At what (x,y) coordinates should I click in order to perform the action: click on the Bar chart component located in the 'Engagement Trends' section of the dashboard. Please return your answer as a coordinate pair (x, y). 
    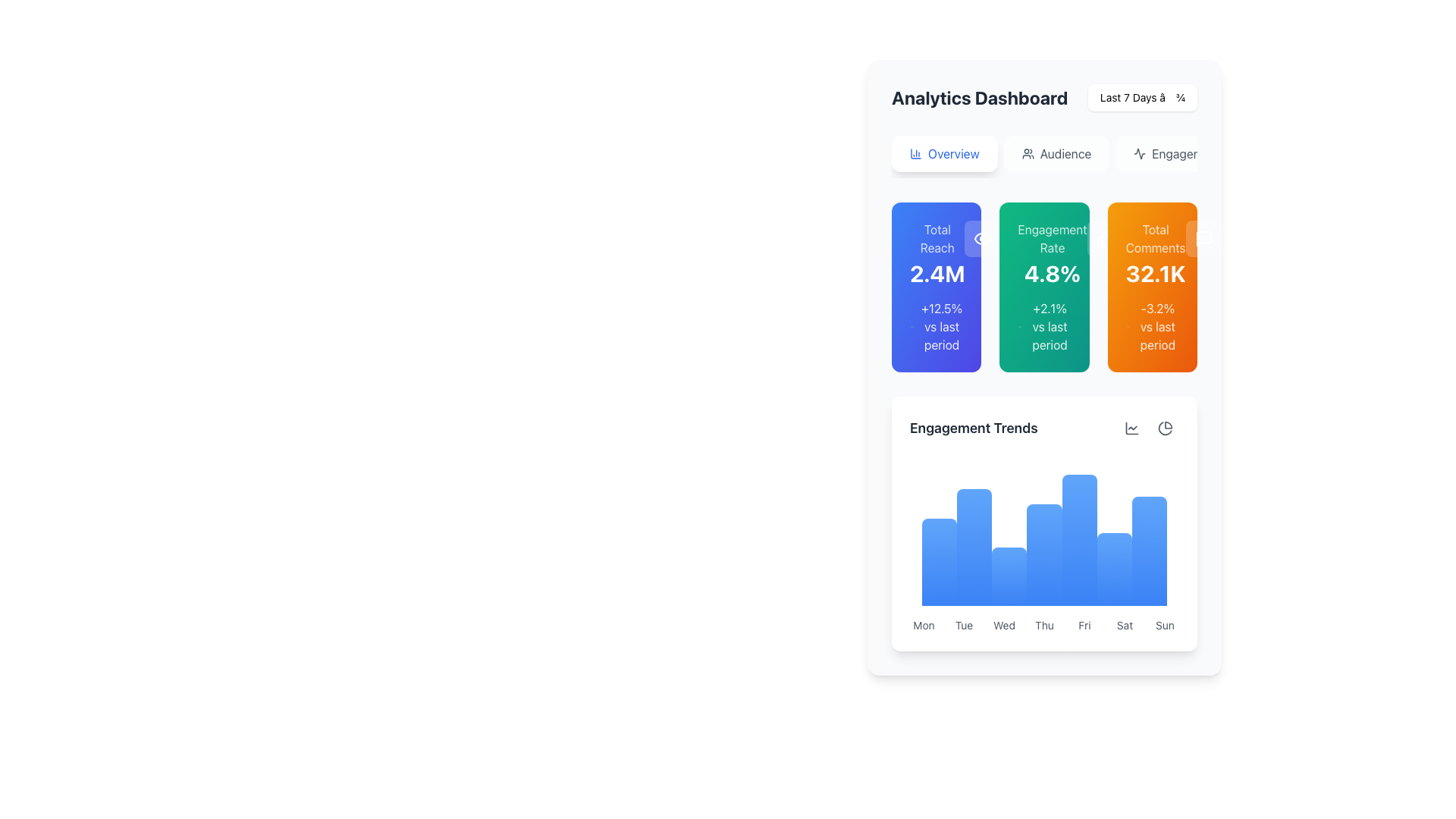
    Looking at the image, I should click on (1043, 532).